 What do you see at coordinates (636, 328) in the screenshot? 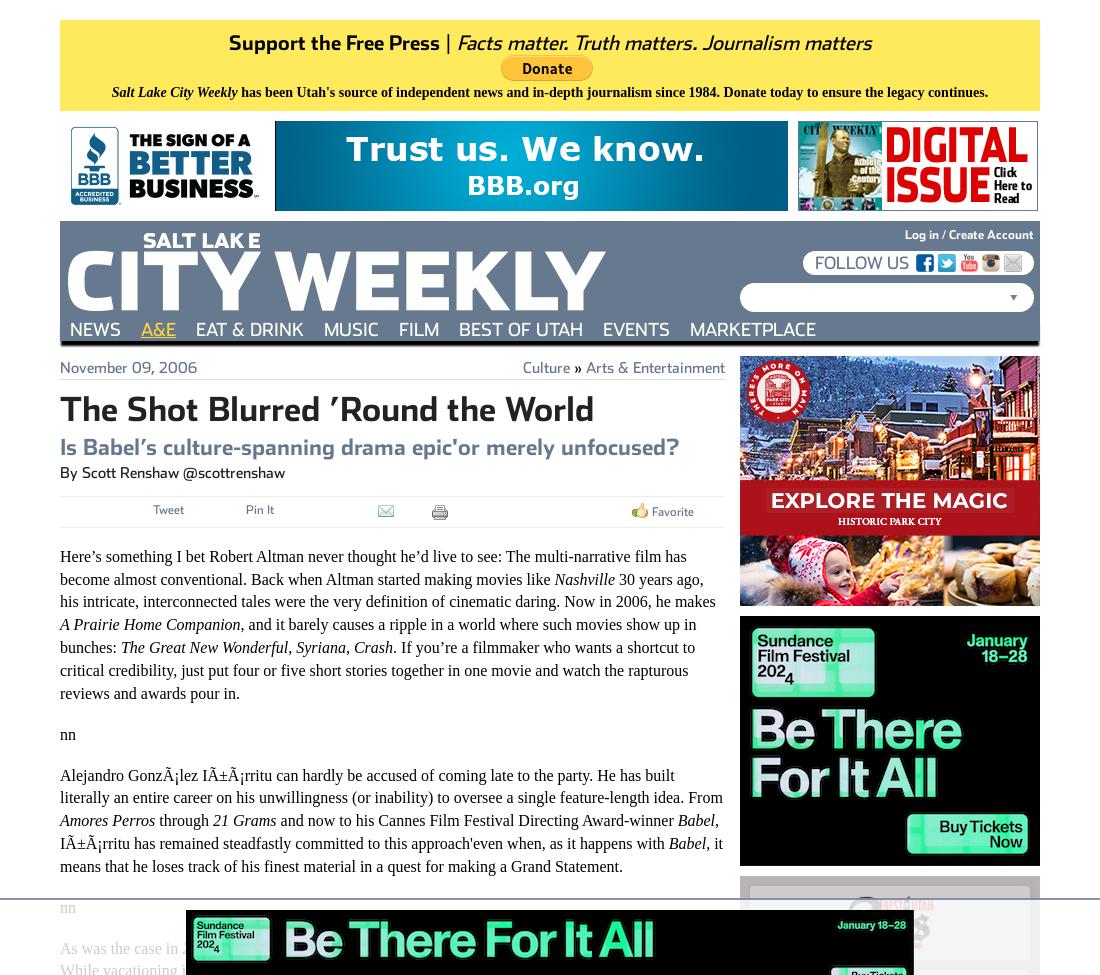
I see `'Events'` at bounding box center [636, 328].